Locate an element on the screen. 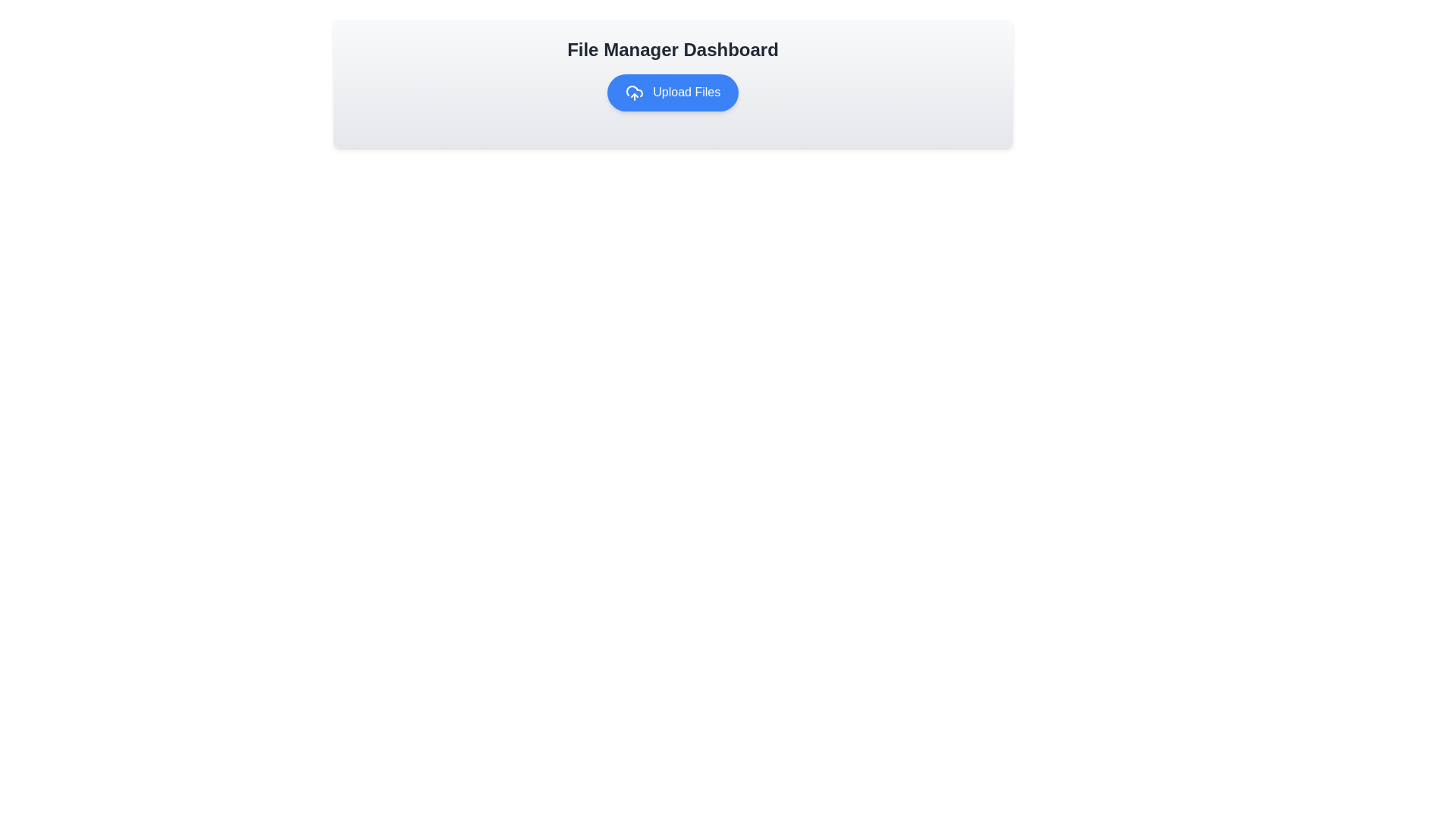  title text located at the top of the dashboard, which provides context and branding for the interface is located at coordinates (672, 49).